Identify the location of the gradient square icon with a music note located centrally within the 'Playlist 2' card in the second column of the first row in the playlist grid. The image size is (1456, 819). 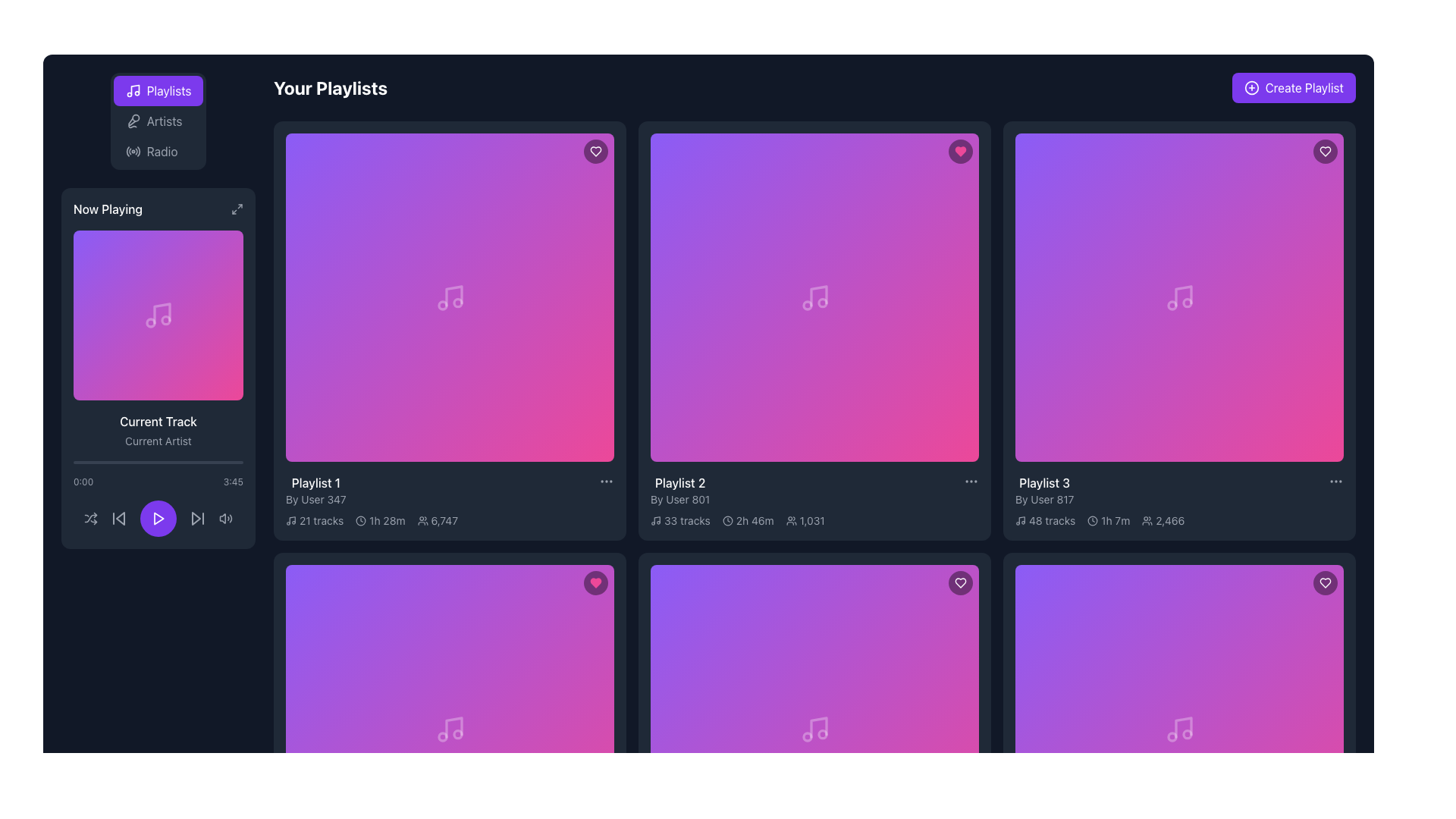
(814, 297).